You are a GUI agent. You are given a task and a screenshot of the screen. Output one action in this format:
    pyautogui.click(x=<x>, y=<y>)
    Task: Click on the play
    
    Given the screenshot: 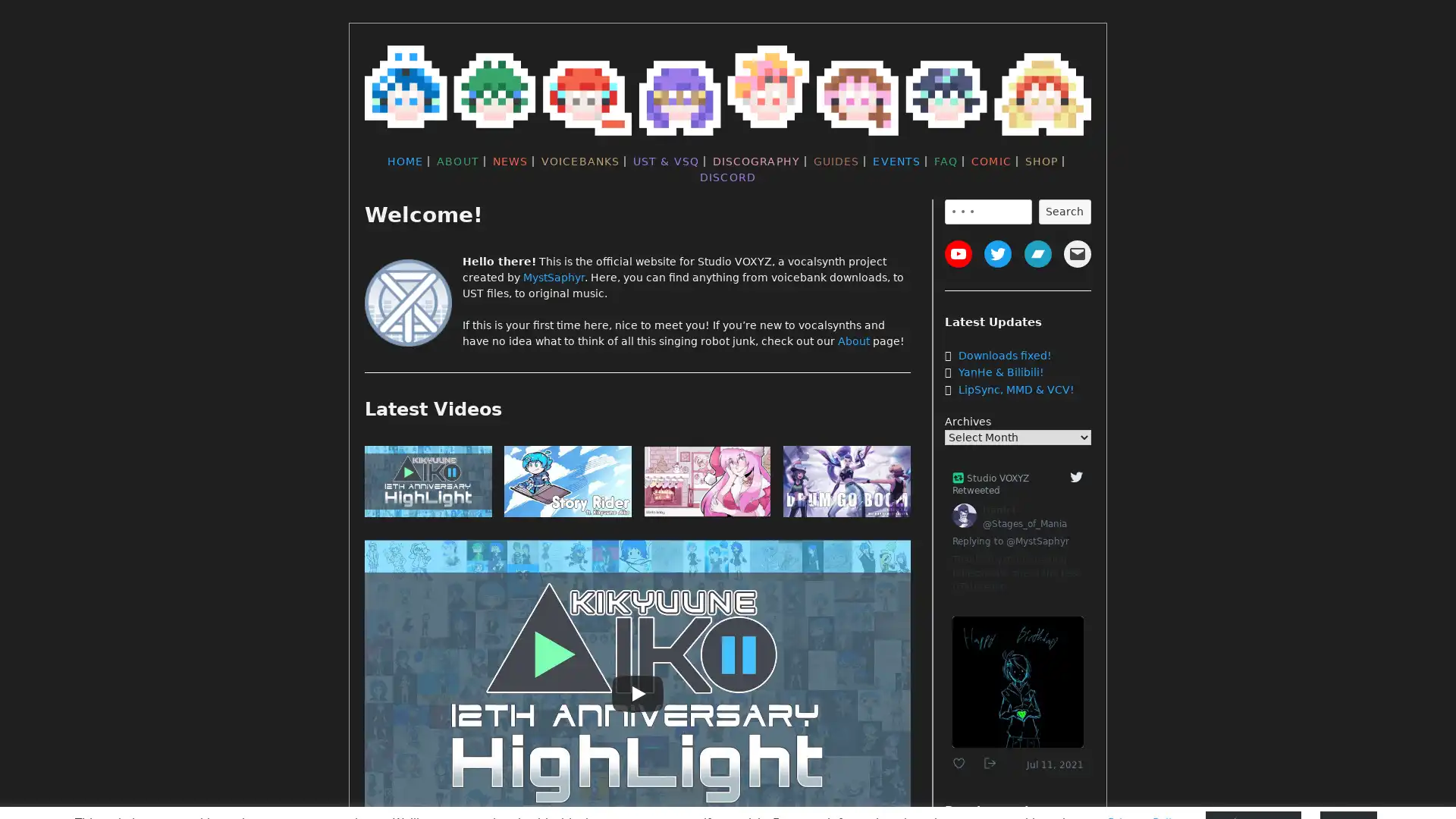 What is the action you would take?
    pyautogui.click(x=706, y=485)
    